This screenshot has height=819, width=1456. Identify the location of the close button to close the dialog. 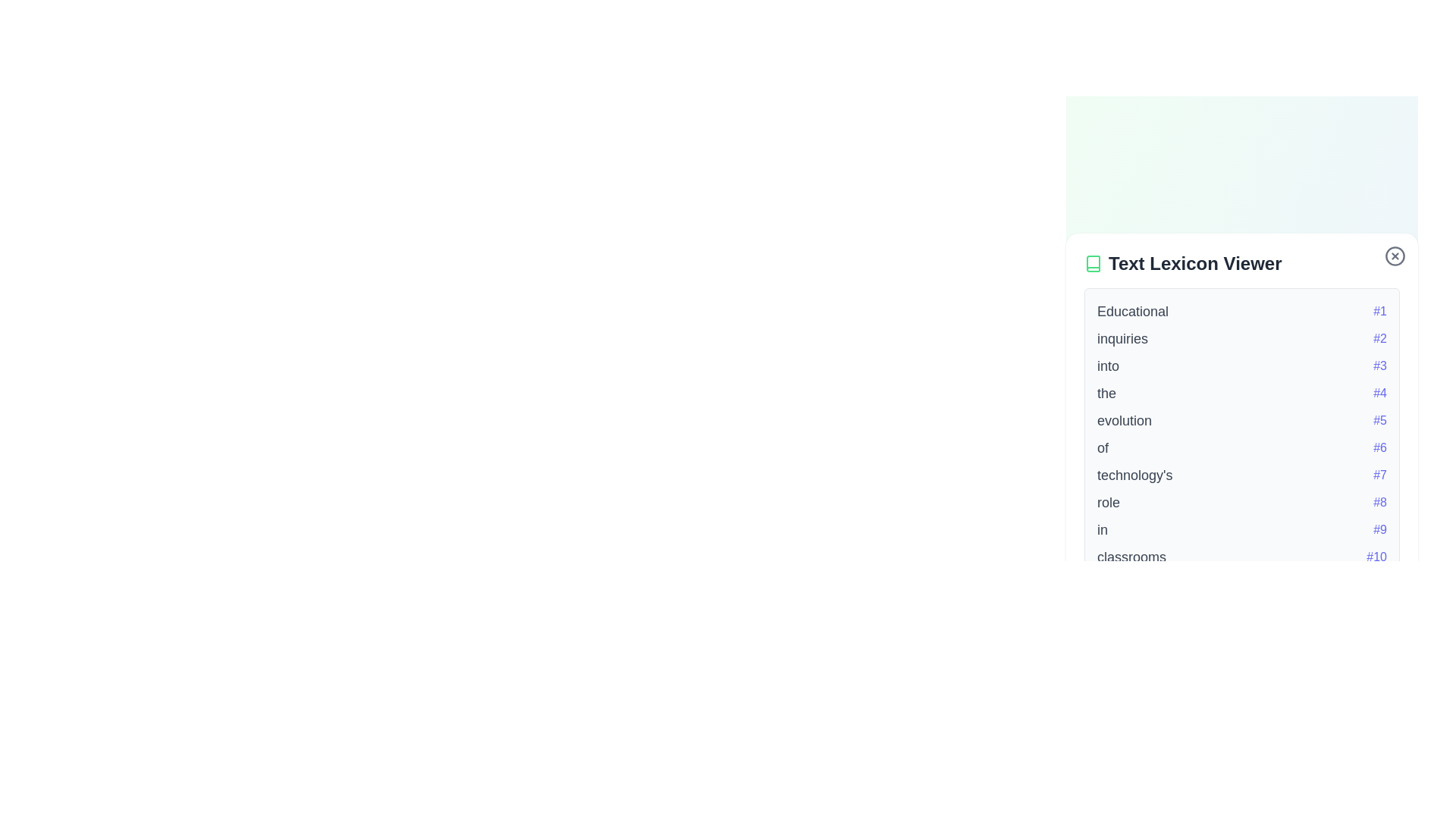
(1395, 256).